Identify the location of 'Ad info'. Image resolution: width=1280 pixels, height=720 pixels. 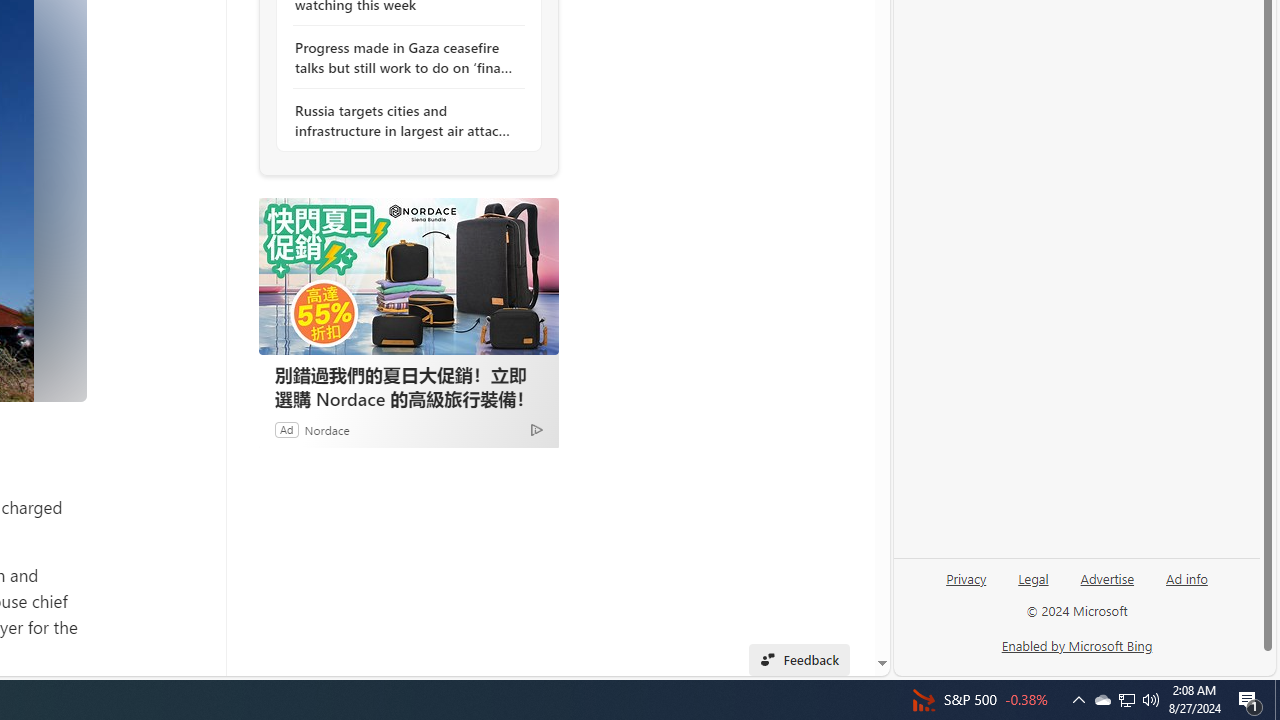
(1187, 577).